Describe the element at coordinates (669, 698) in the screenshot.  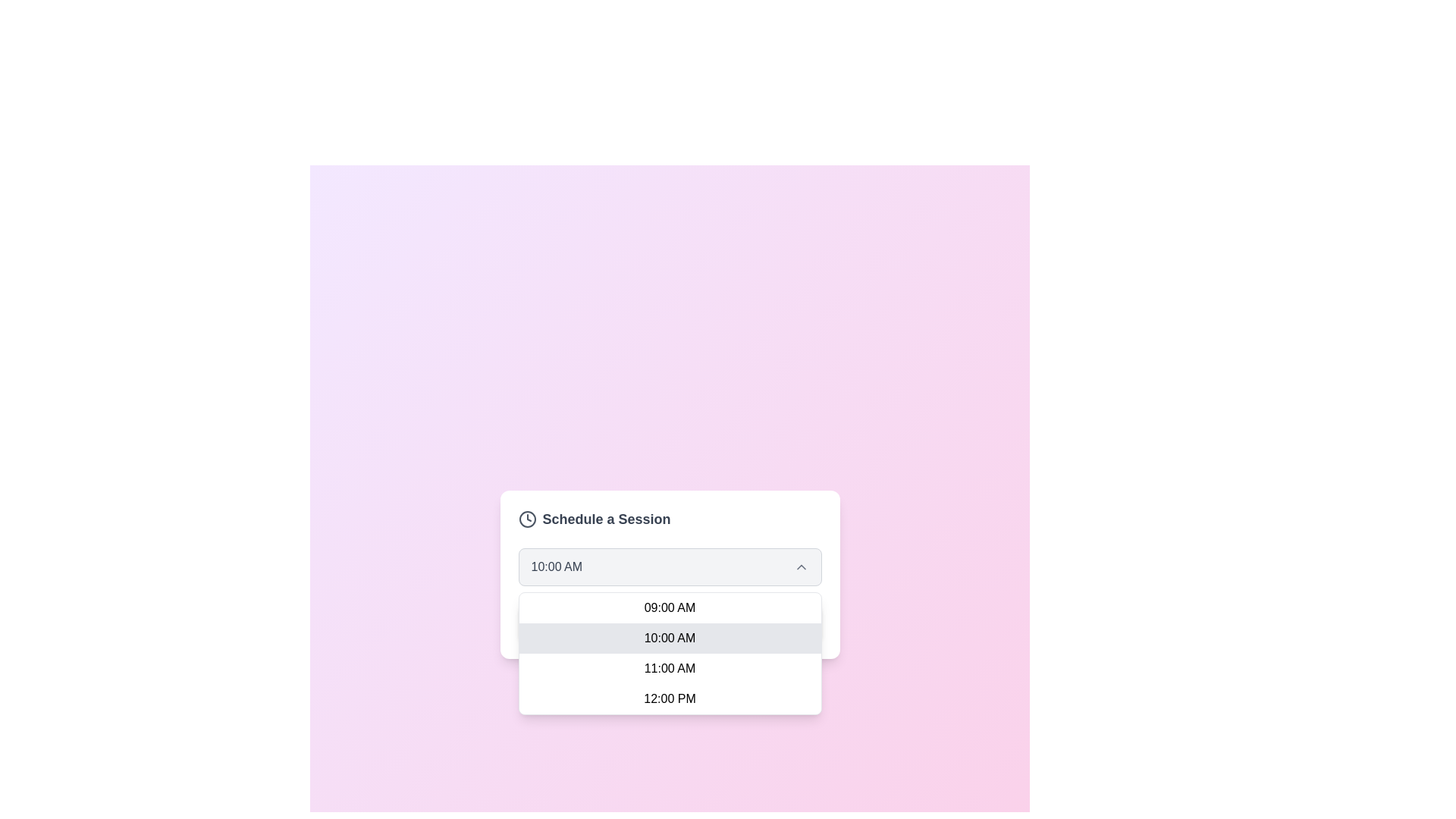
I see `the list item displaying '12:00 PM' in the dropdown menu under the 'Schedule a Session' form` at that location.